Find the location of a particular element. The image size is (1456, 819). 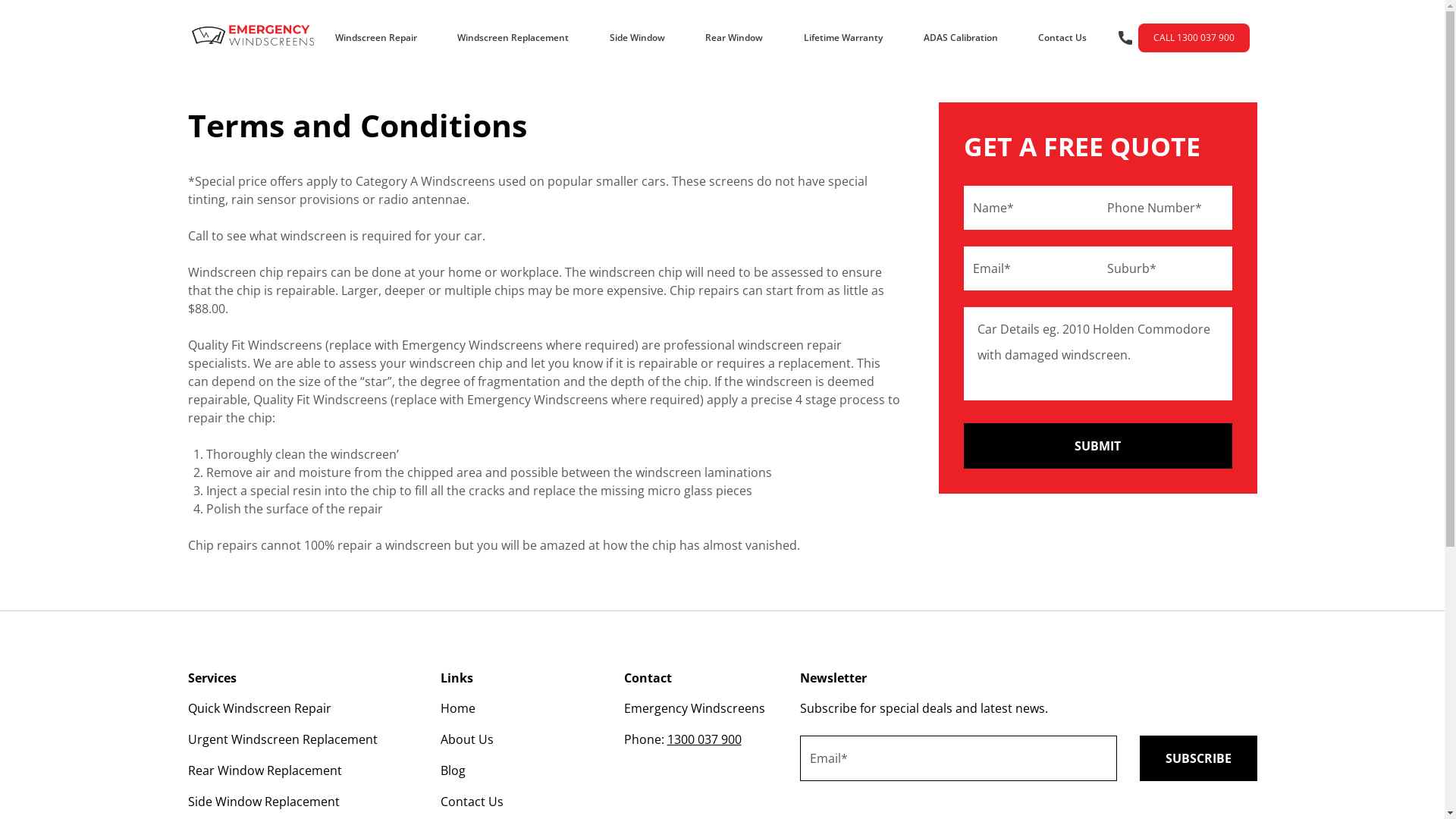

'Windscreen Repair' is located at coordinates (375, 37).